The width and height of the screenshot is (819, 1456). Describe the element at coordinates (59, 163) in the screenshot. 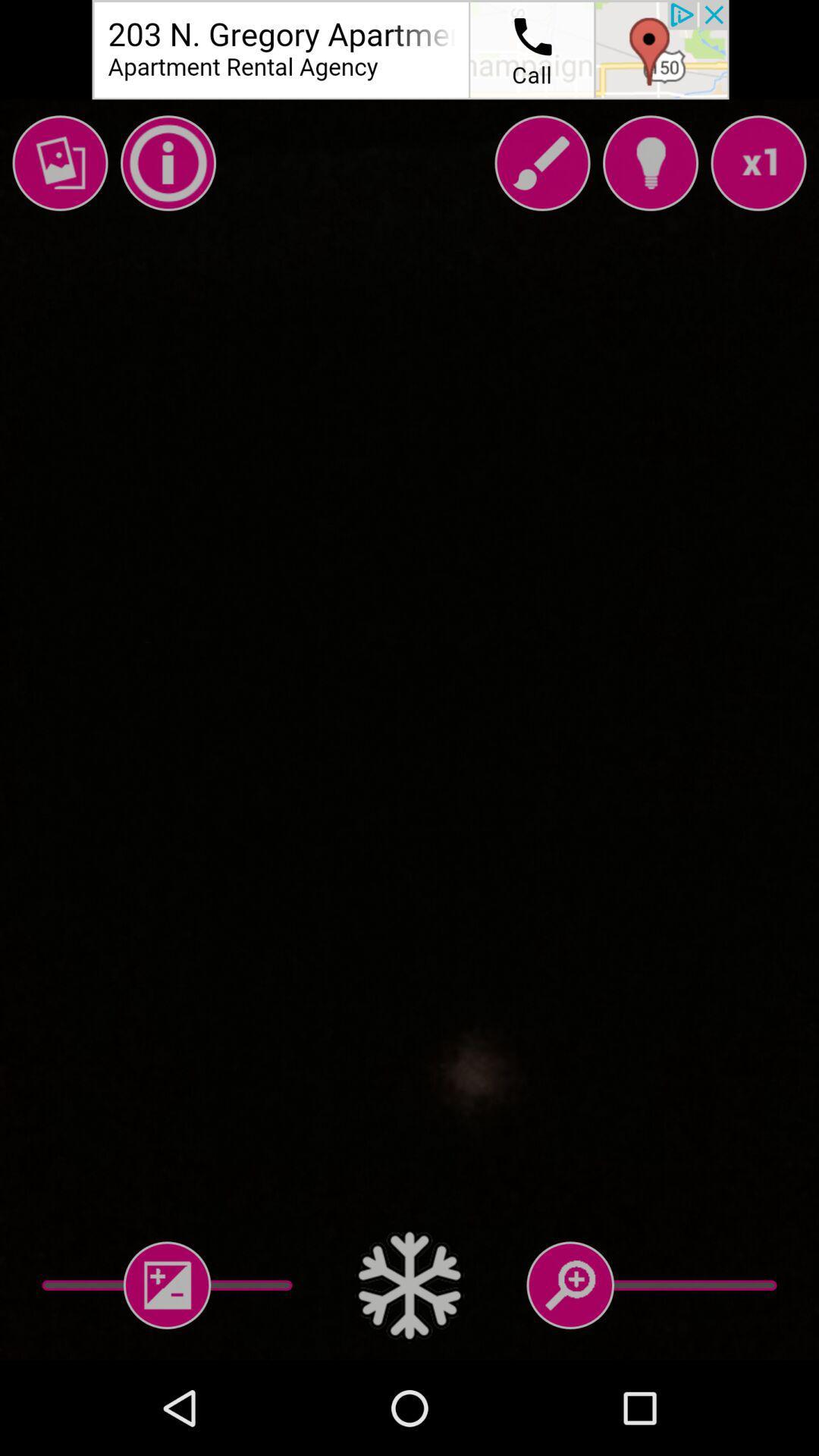

I see `the wallpaper icon` at that location.